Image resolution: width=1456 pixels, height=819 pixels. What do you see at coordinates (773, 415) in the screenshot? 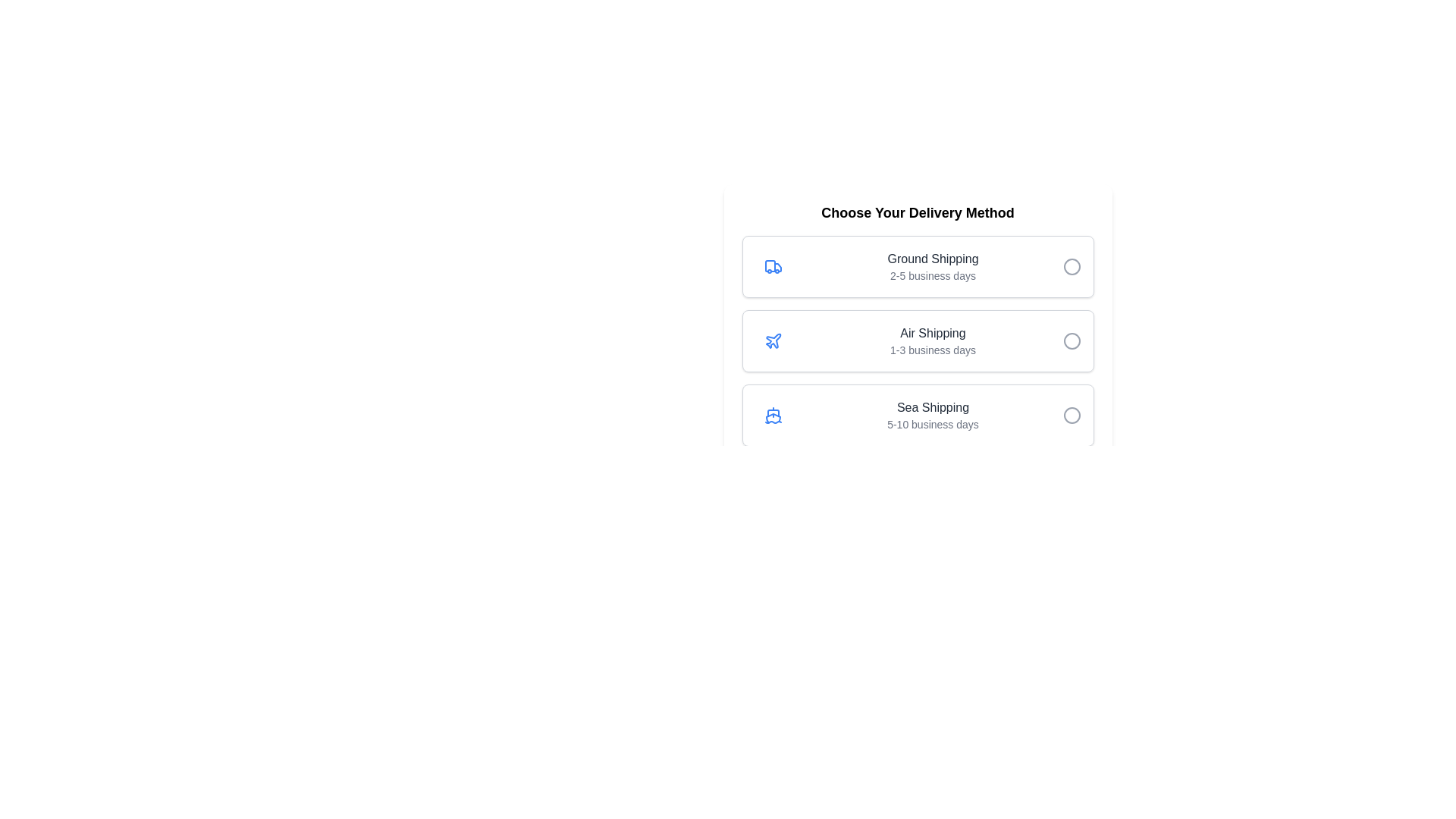
I see `the 'Sea Shipping' delivery method icon, which is the third option in the list of delivery methods` at bounding box center [773, 415].